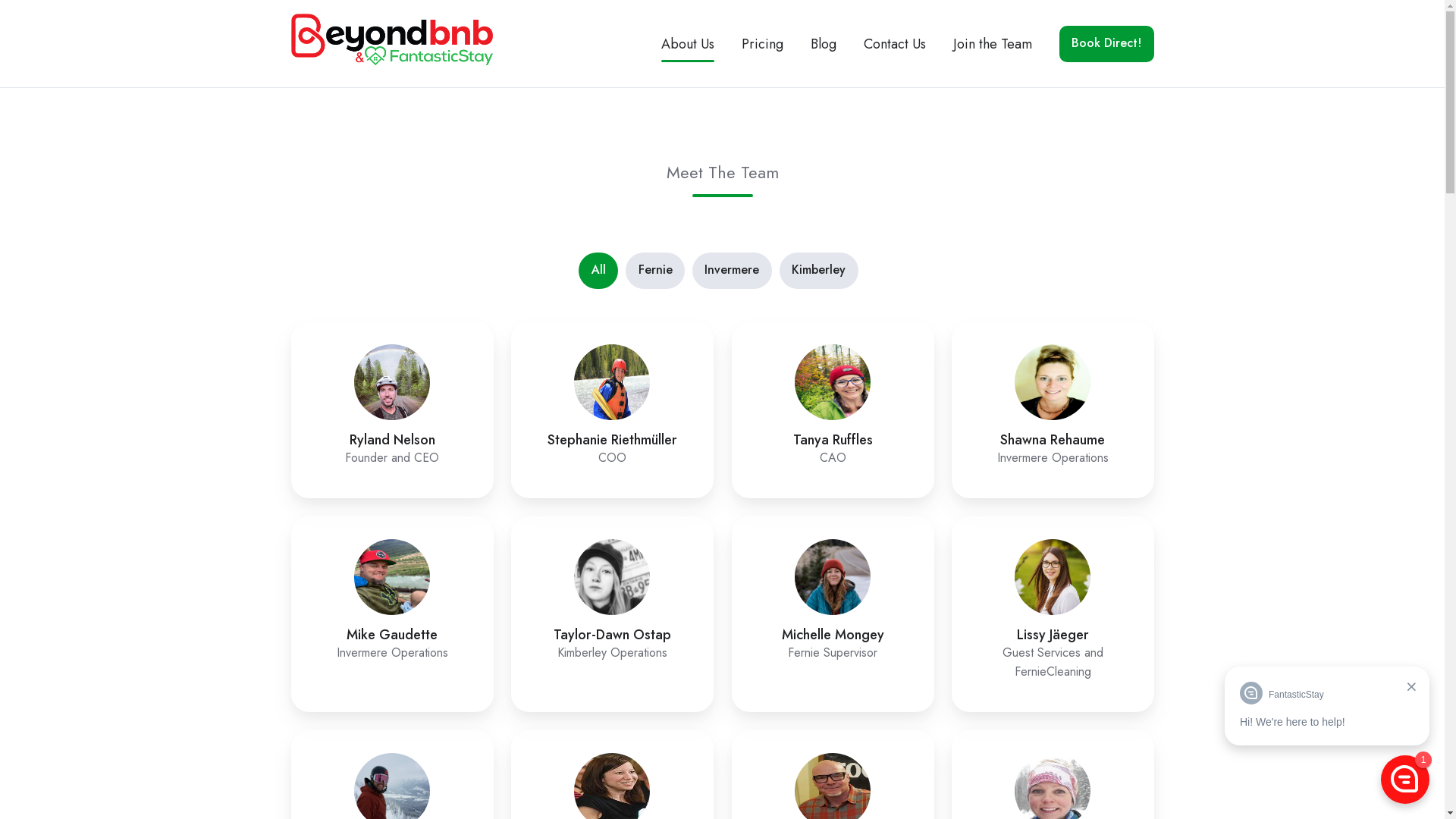  Describe the element at coordinates (762, 42) in the screenshot. I see `'Pricing'` at that location.